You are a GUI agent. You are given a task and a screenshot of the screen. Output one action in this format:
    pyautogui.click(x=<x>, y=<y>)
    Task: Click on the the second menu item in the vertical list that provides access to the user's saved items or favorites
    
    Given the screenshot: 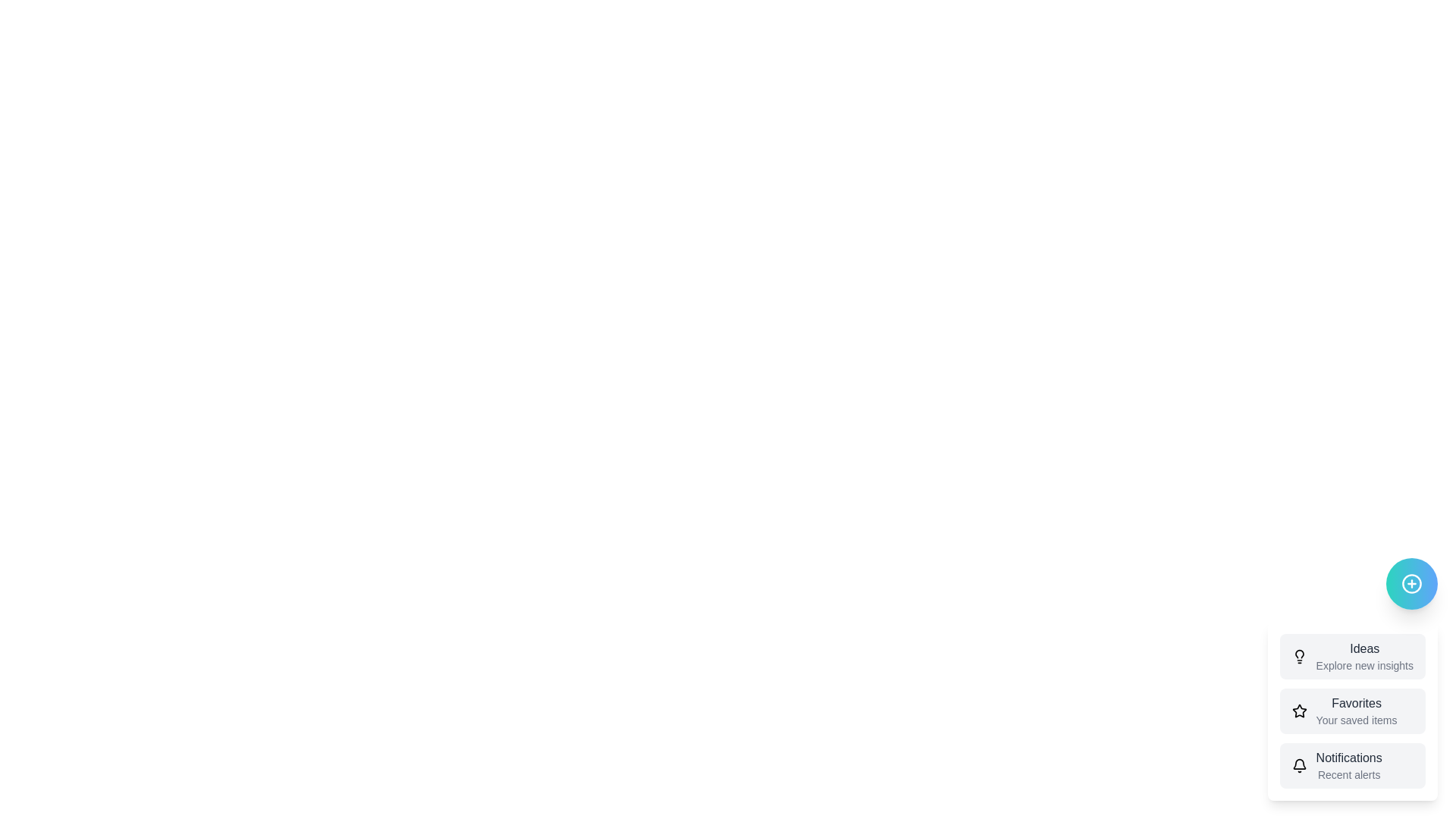 What is the action you would take?
    pyautogui.click(x=1357, y=711)
    